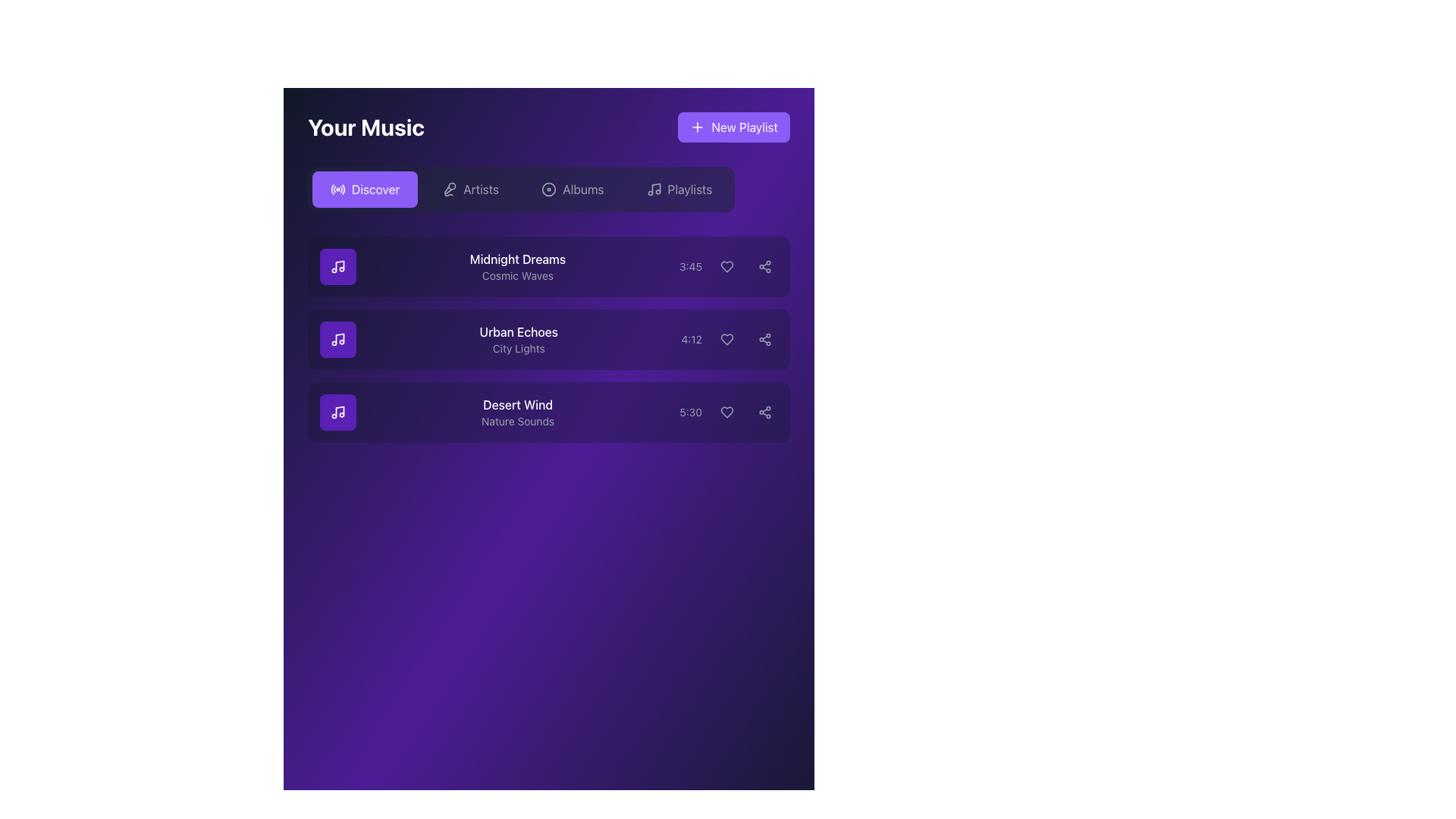 The width and height of the screenshot is (1456, 819). I want to click on the text label displaying 'Urban Echoes' in white, which is positioned above the gray text 'City Lights' in the 'Your Music' section, so click(519, 331).